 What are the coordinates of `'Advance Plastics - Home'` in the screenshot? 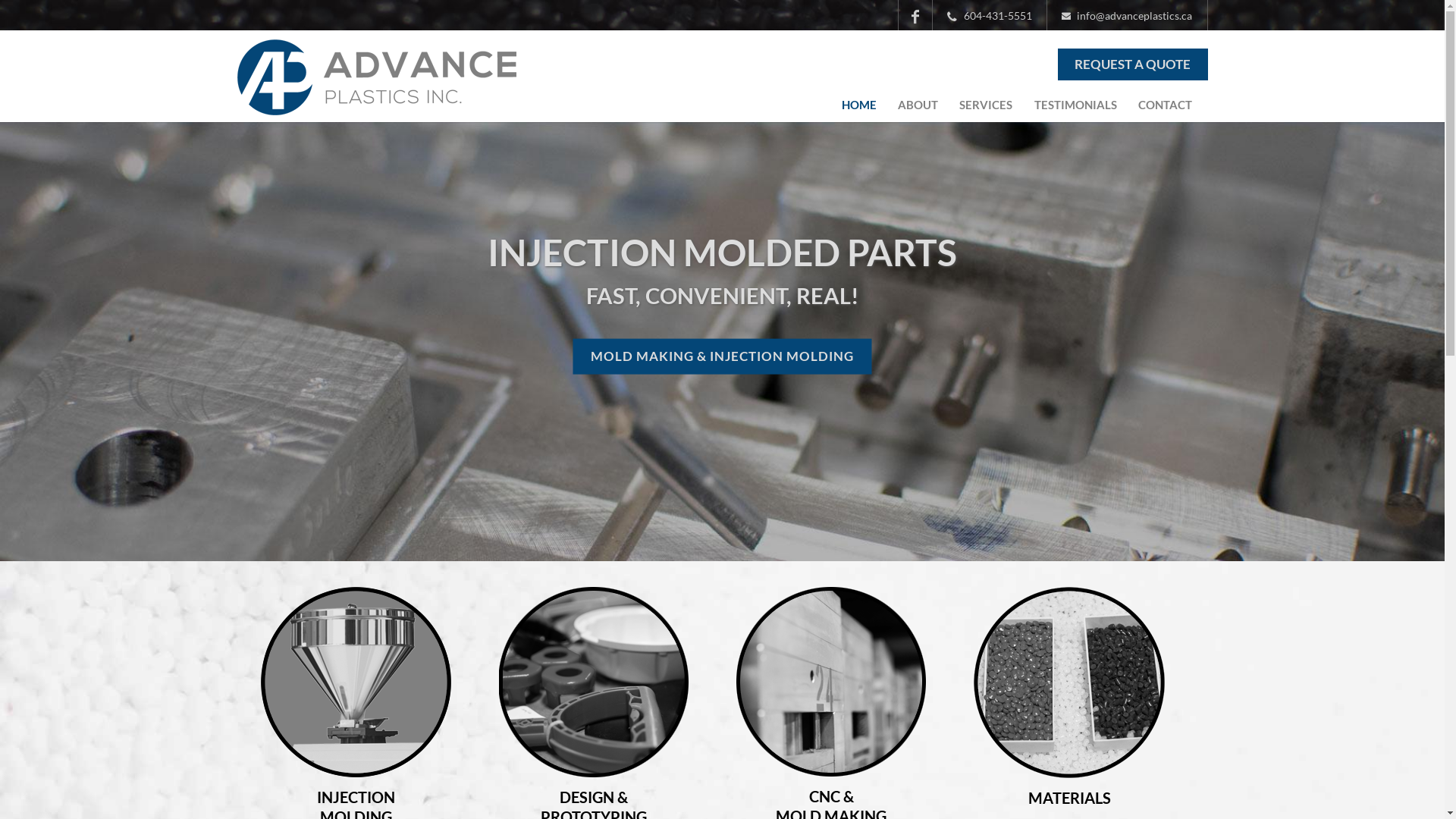 It's located at (375, 104).